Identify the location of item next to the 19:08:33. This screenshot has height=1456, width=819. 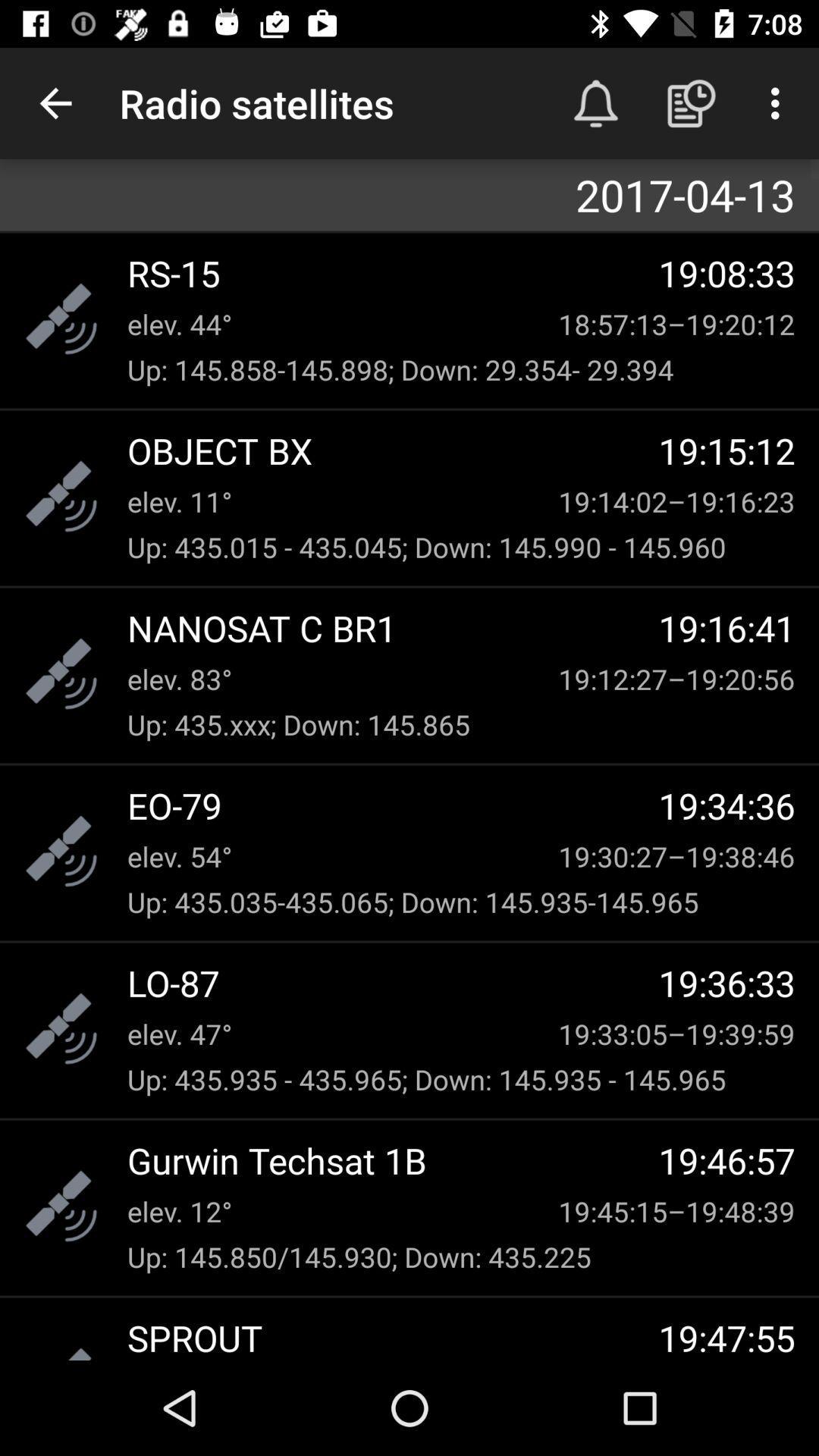
(392, 273).